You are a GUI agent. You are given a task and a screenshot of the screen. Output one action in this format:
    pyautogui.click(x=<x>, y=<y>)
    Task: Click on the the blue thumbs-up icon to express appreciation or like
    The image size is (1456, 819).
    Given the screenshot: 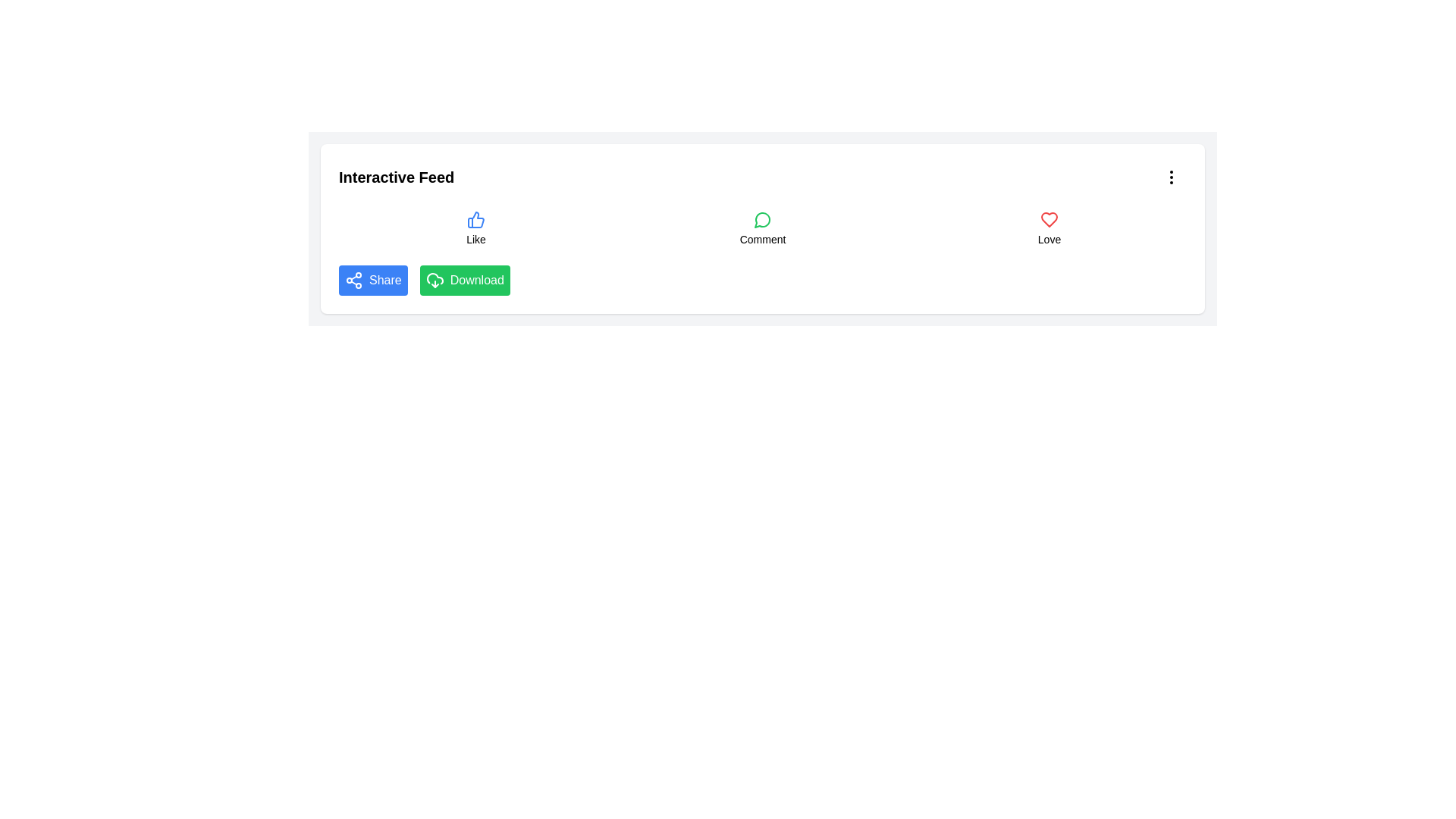 What is the action you would take?
    pyautogui.click(x=475, y=219)
    